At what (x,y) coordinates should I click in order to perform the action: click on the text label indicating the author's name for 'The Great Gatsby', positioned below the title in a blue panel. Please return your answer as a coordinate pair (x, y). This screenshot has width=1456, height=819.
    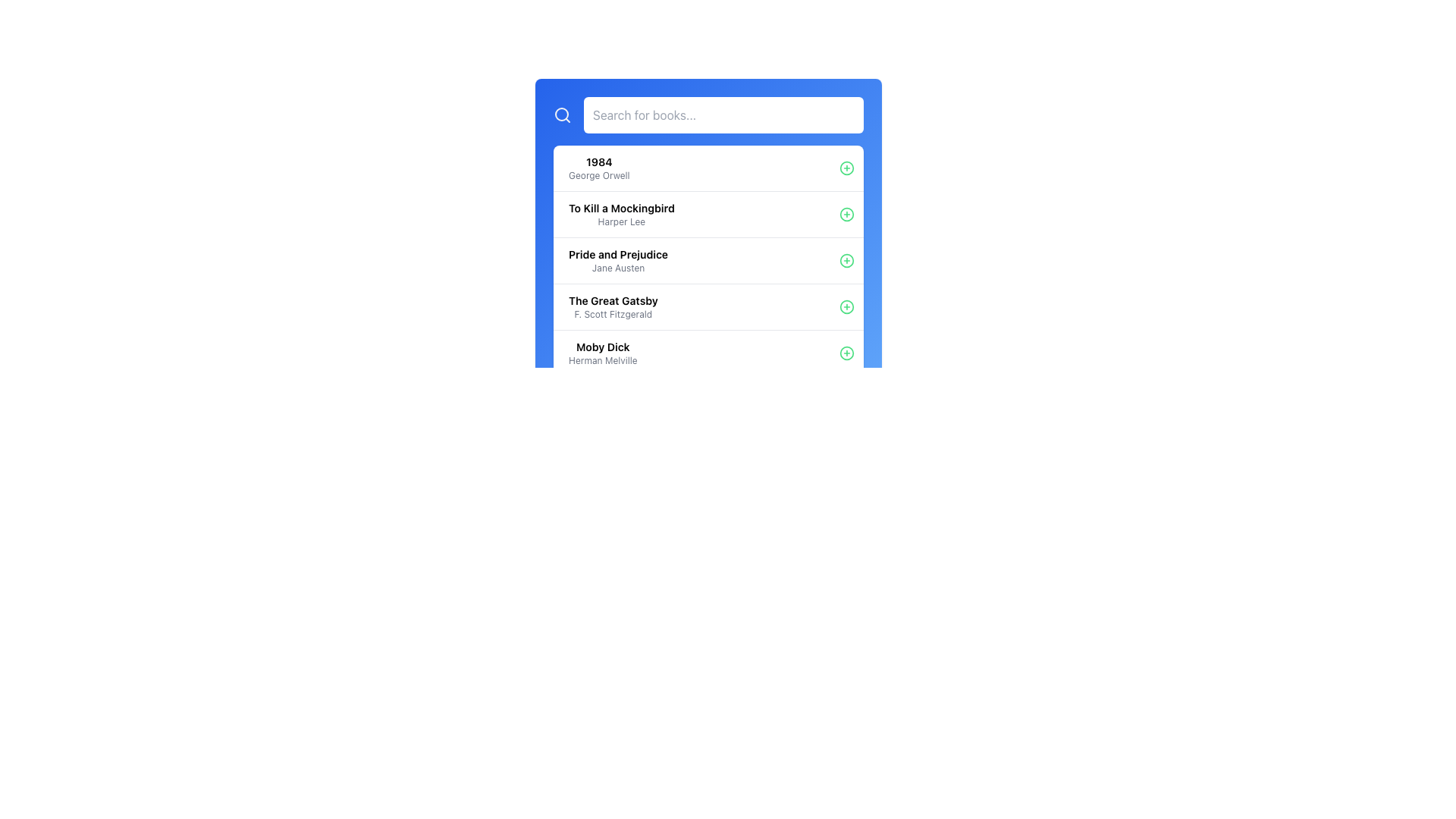
    Looking at the image, I should click on (613, 314).